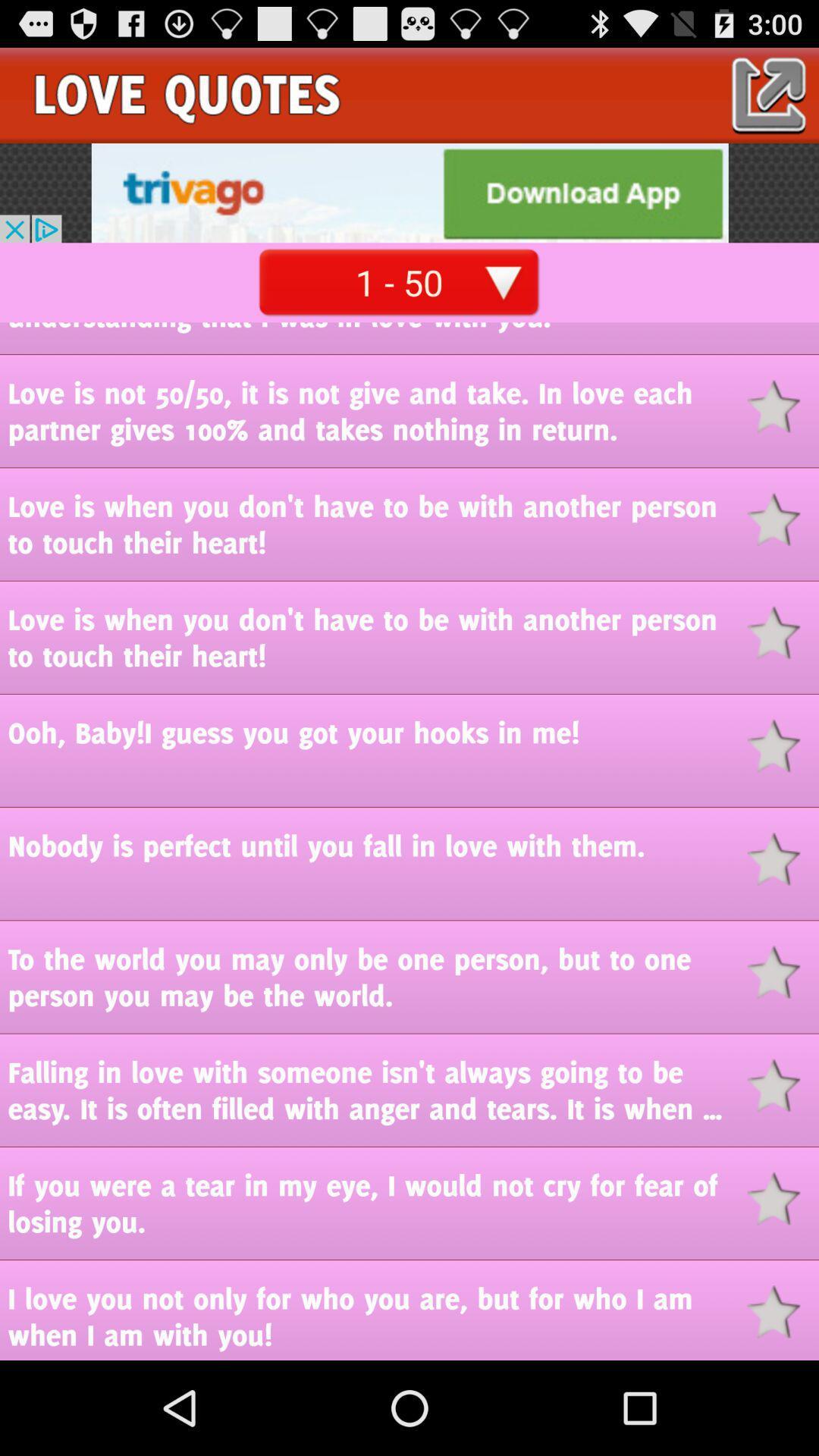  Describe the element at coordinates (783, 1311) in the screenshot. I see `adds to favorites` at that location.